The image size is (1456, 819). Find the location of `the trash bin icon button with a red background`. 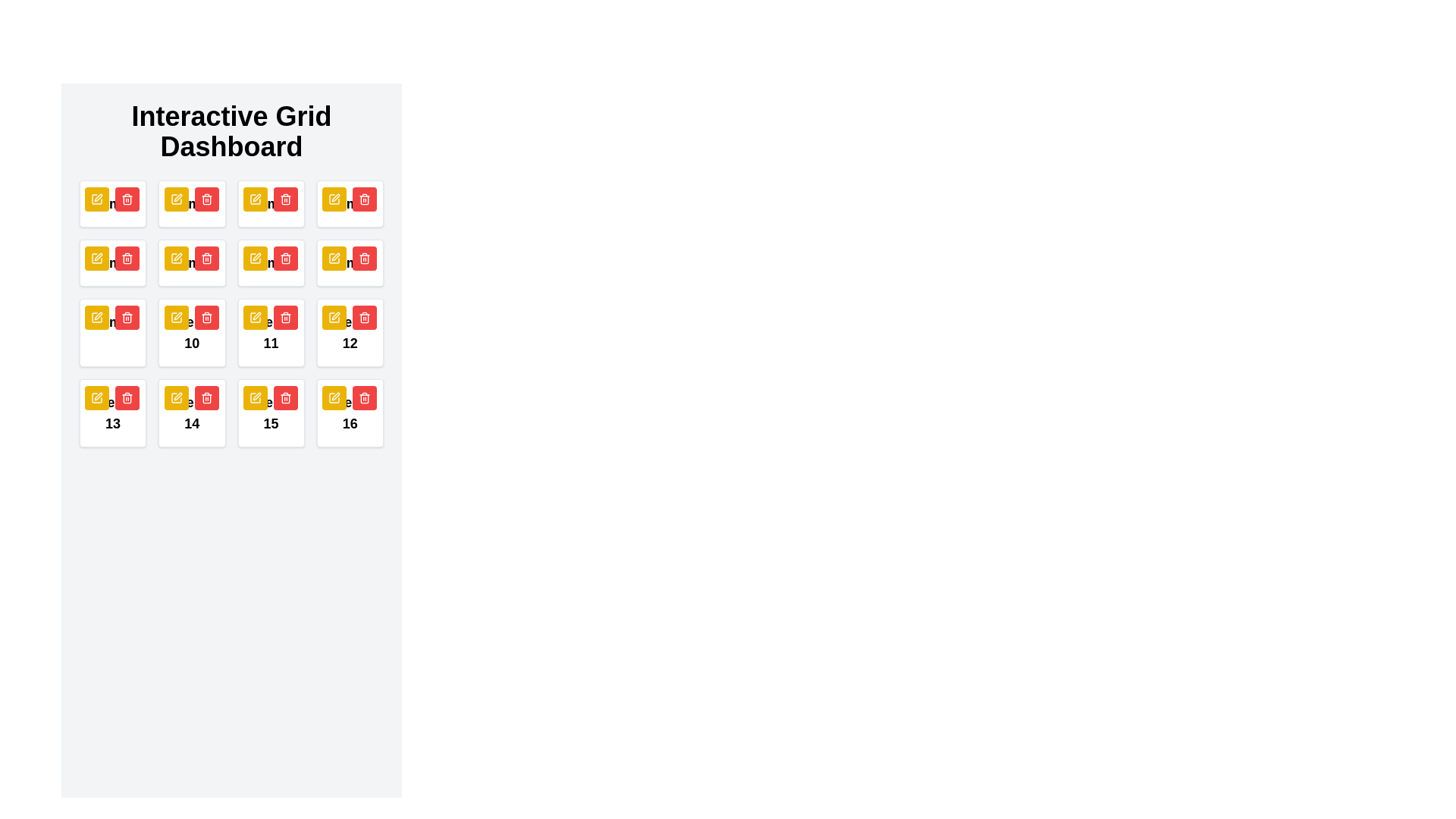

the trash bin icon button with a red background is located at coordinates (285, 397).